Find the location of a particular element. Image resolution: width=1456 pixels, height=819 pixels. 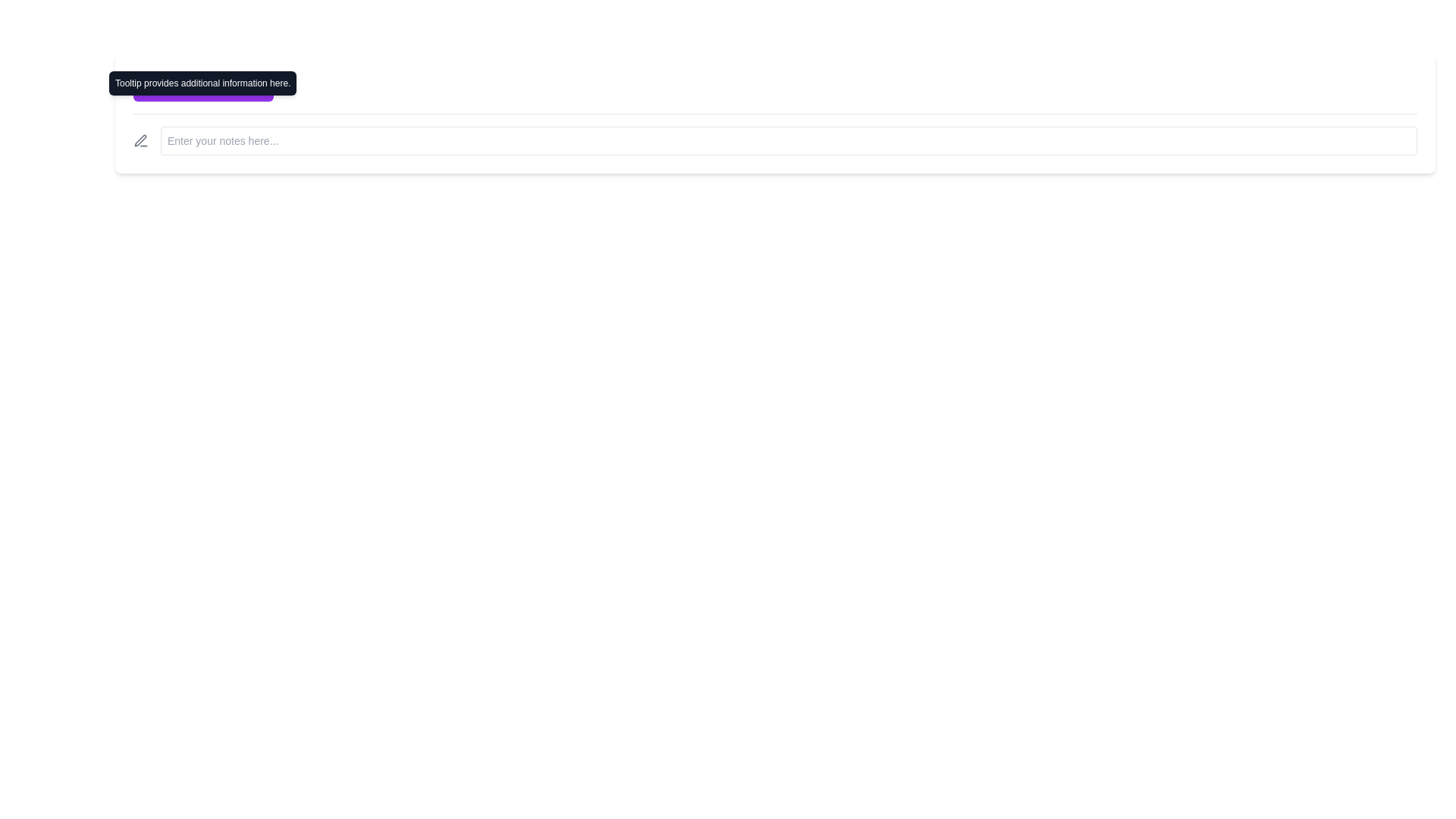

the editing icon located on the leftmost side of the bar section preceding the note input area is located at coordinates (141, 140).